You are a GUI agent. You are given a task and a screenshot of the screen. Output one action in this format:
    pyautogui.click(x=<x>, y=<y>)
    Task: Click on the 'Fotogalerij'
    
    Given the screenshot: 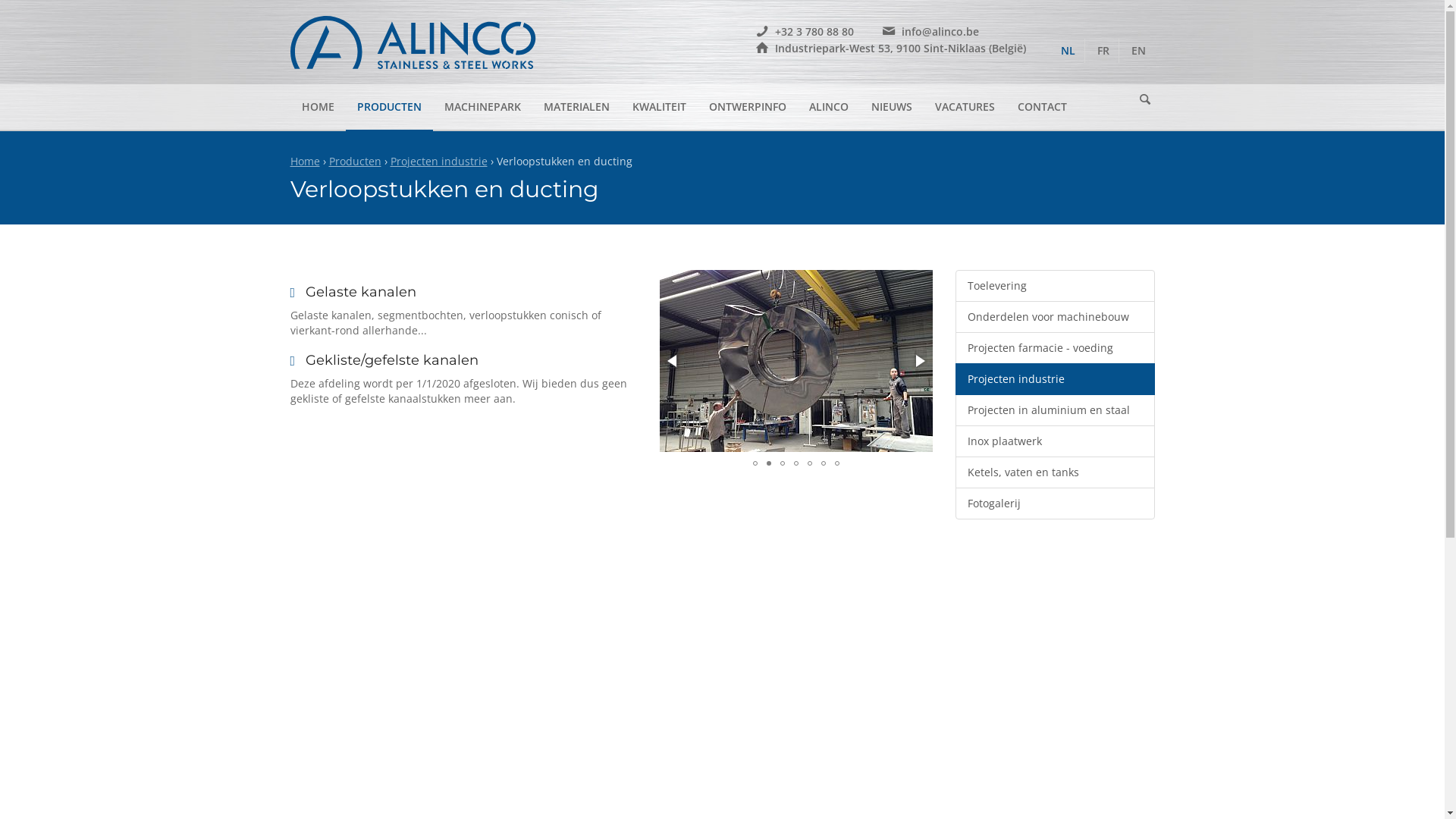 What is the action you would take?
    pyautogui.click(x=954, y=503)
    